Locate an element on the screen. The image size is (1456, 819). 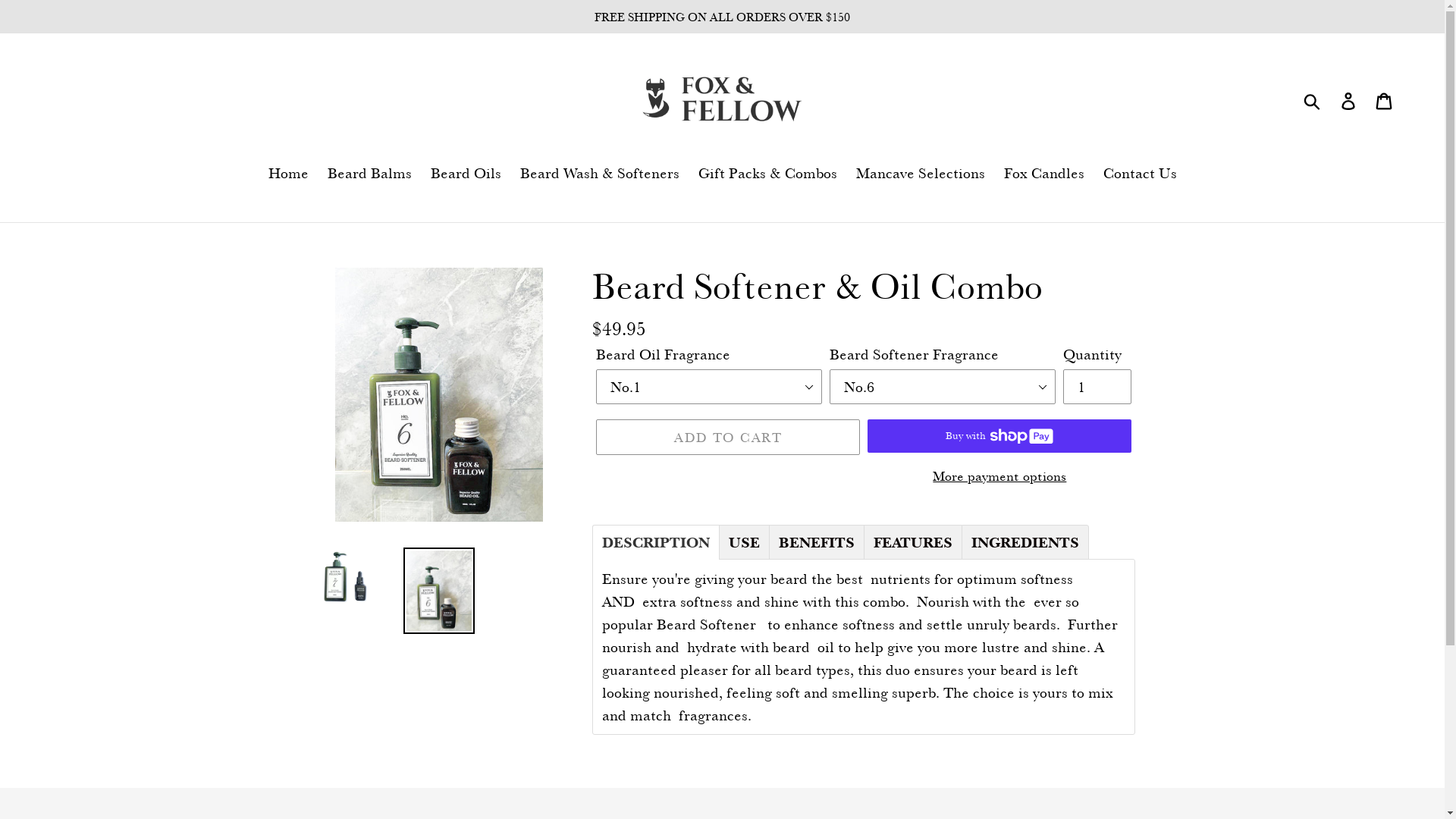
'Gift Packs & Combos' is located at coordinates (767, 173).